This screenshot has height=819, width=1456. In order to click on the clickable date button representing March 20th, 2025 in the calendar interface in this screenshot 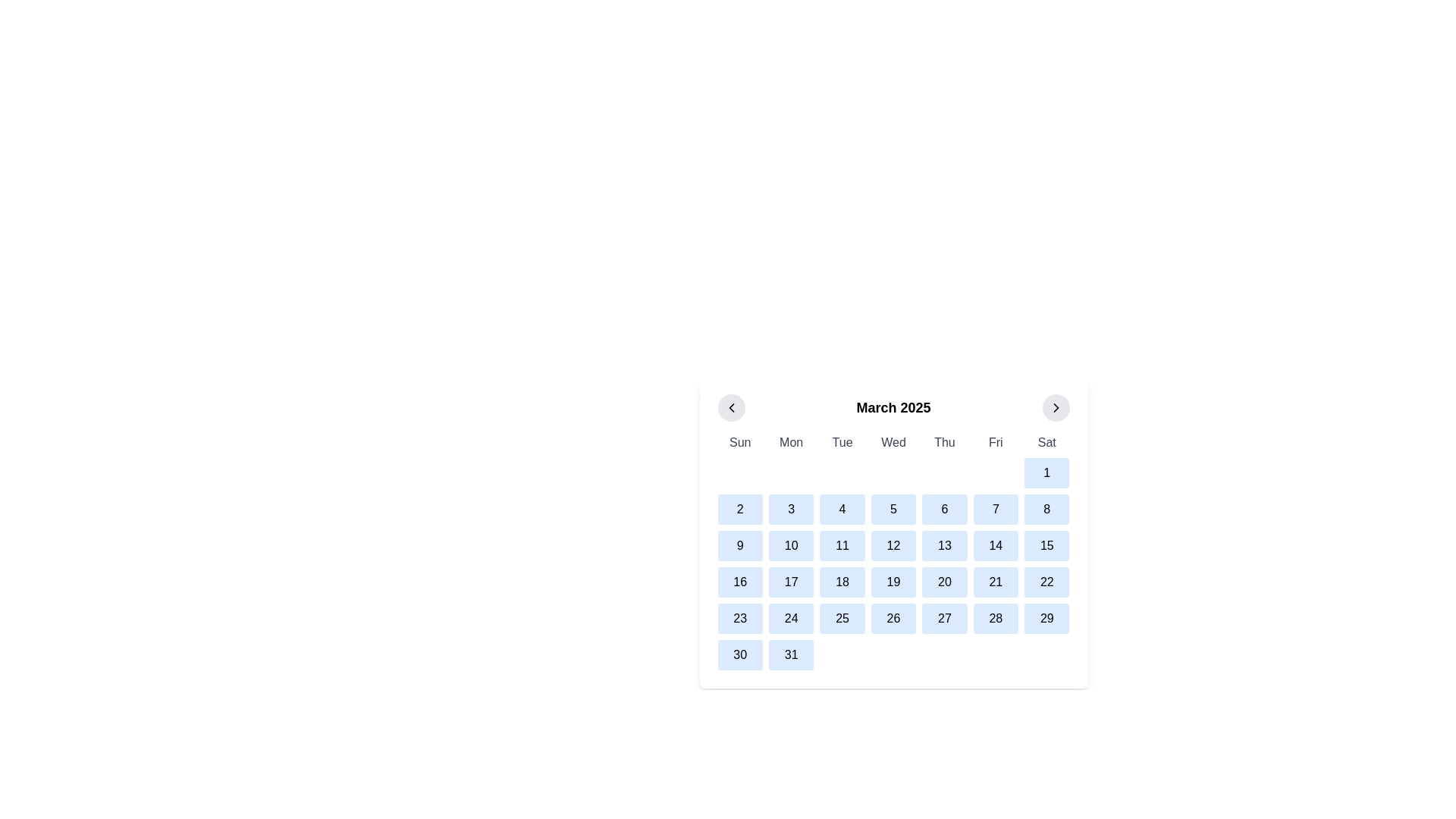, I will do `click(943, 581)`.